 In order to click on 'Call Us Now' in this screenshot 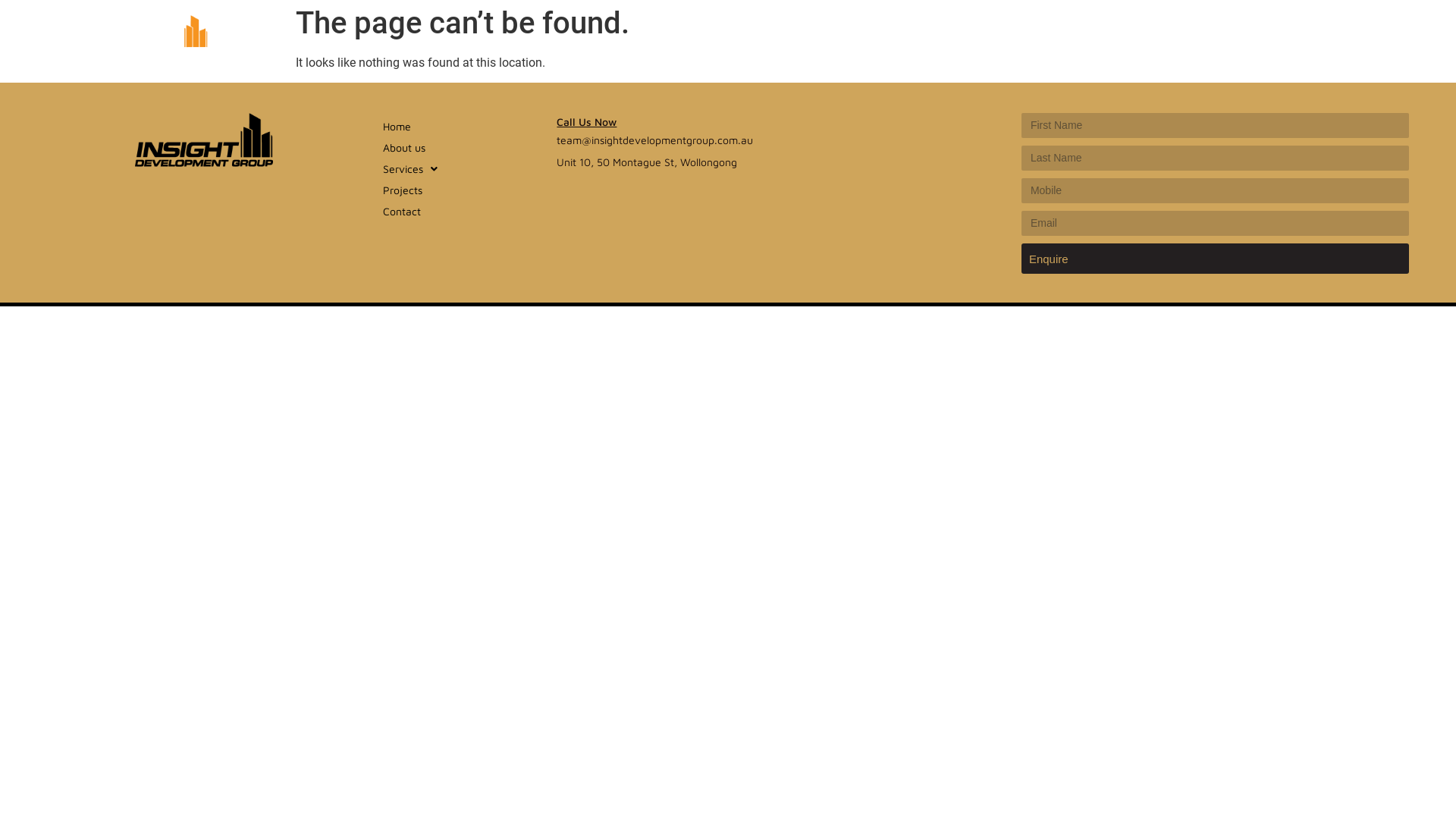, I will do `click(585, 121)`.